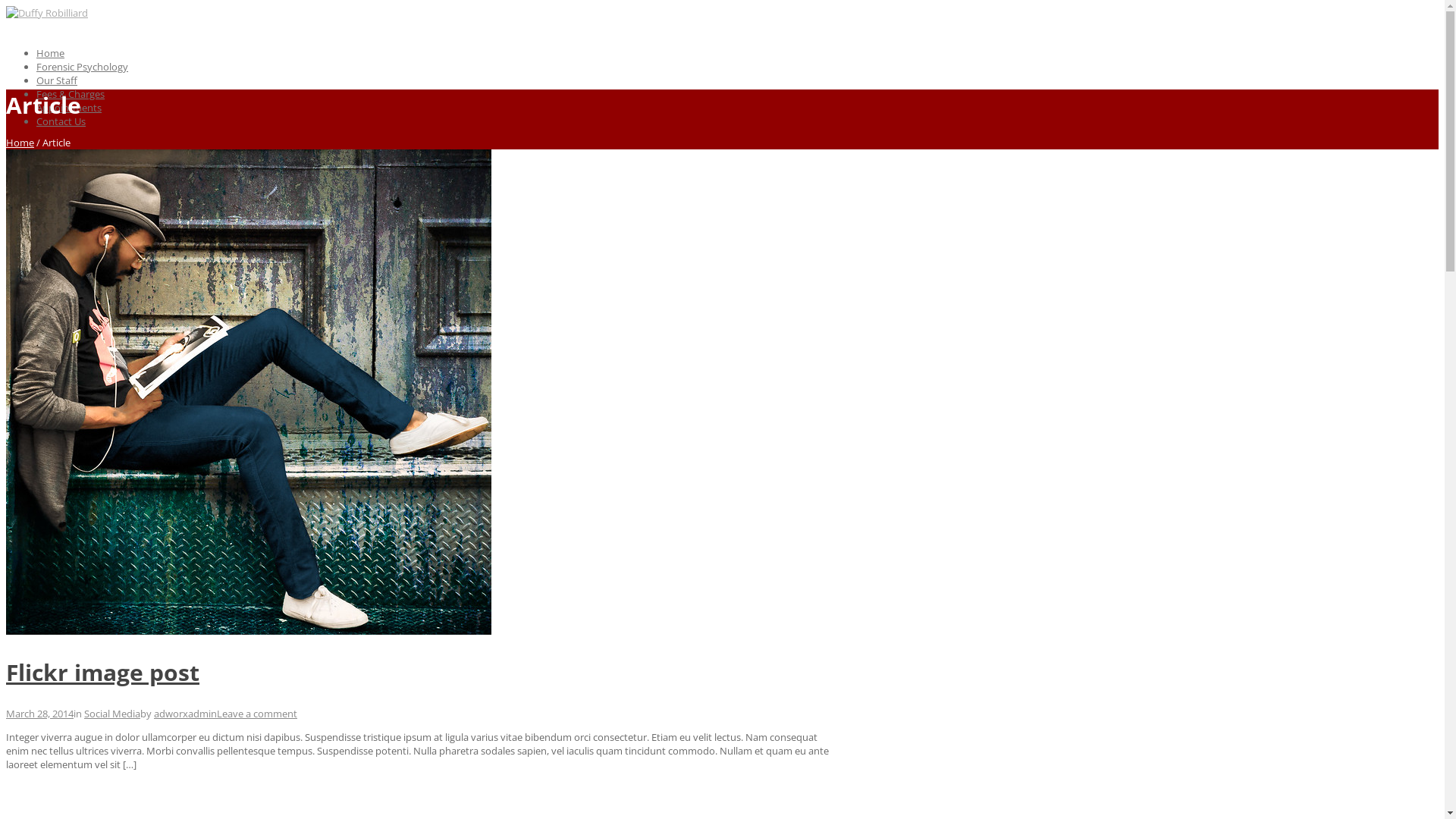 The width and height of the screenshot is (1456, 819). What do you see at coordinates (184, 714) in the screenshot?
I see `'adworxadmin'` at bounding box center [184, 714].